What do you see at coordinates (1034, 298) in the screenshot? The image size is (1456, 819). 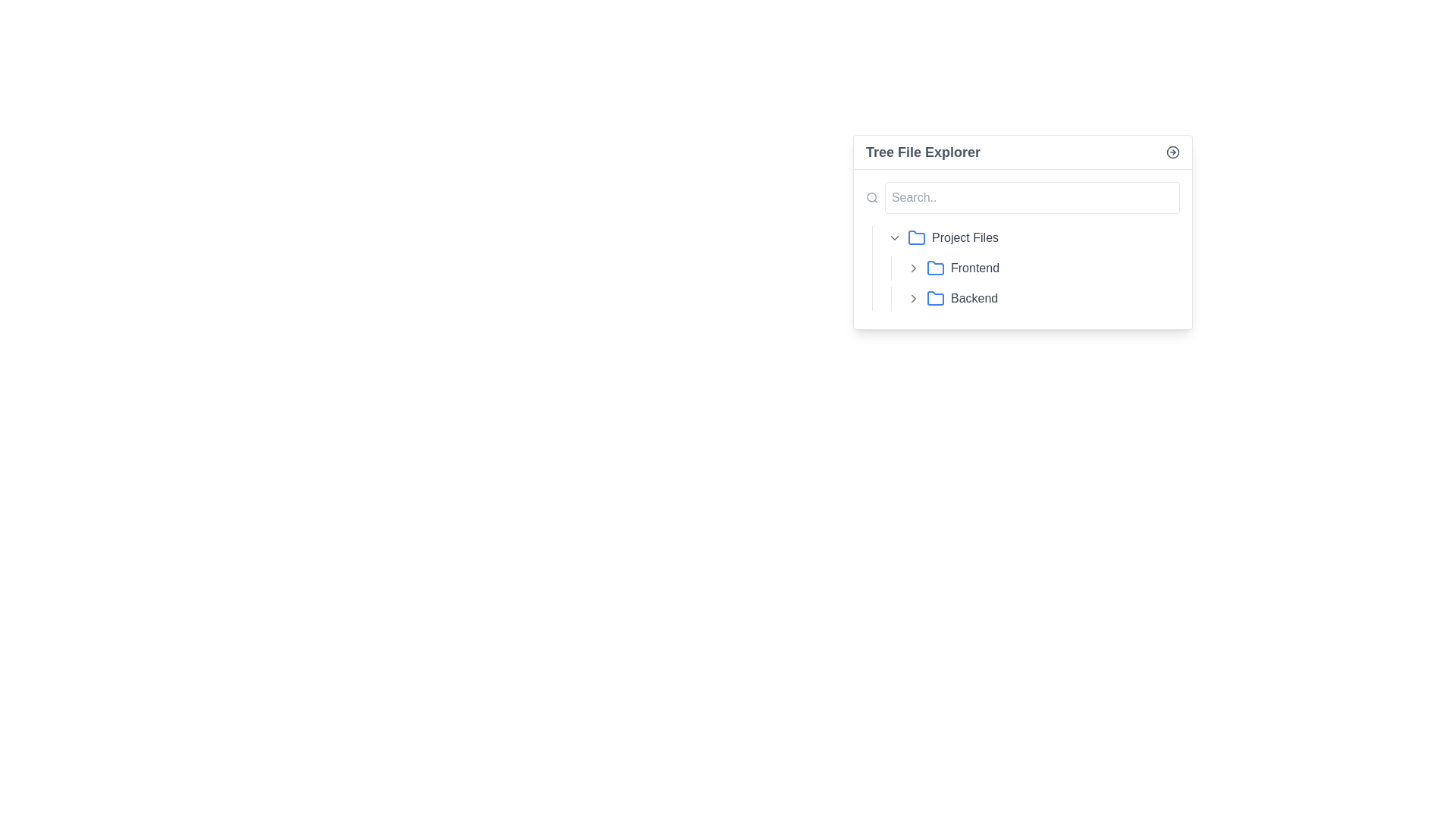 I see `the 'Backend' folder entry in the tree structure of the file explorer` at bounding box center [1034, 298].